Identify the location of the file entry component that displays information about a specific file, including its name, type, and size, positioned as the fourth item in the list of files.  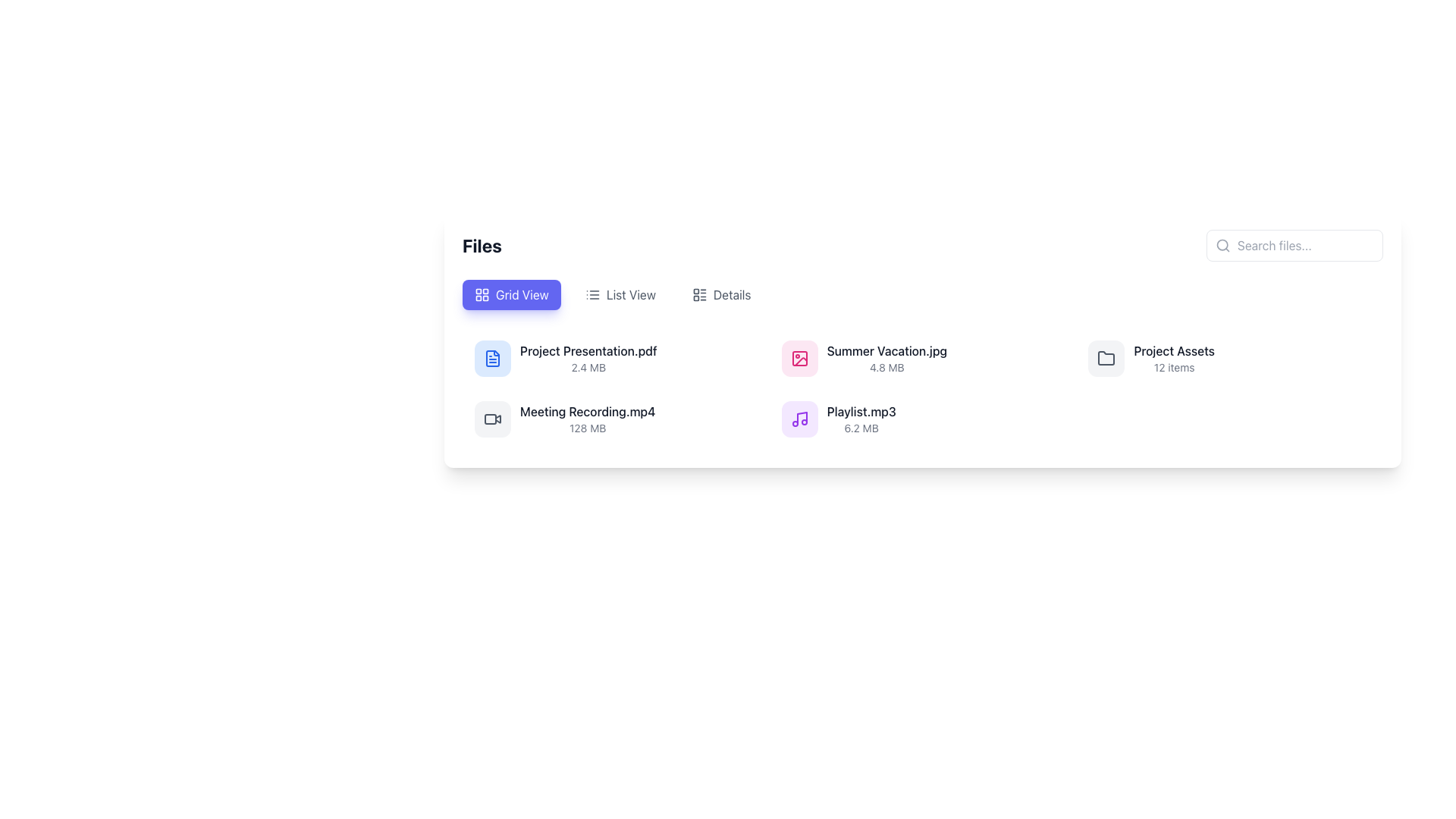
(838, 419).